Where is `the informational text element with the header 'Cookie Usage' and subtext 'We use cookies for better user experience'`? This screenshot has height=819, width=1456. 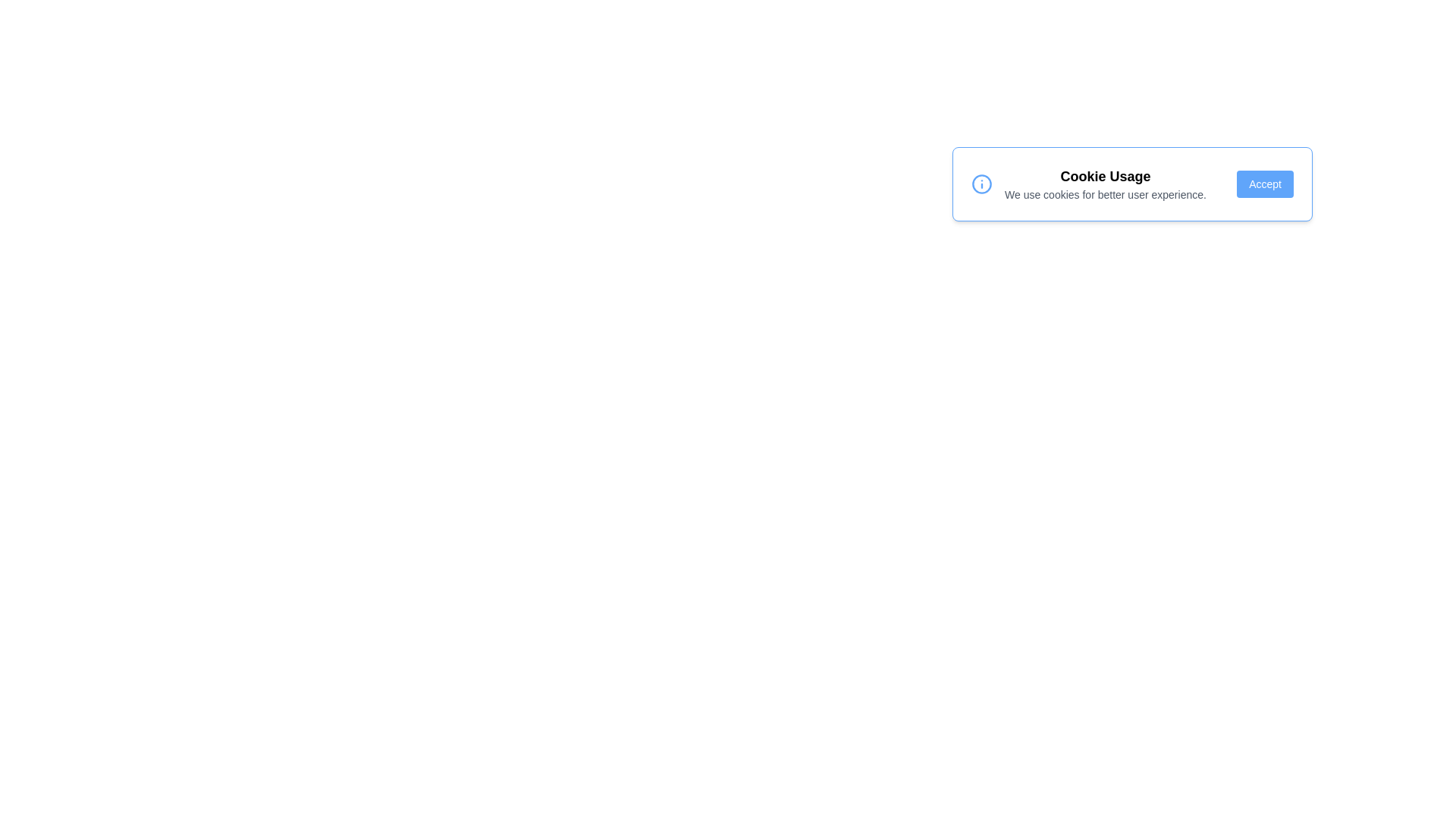
the informational text element with the header 'Cookie Usage' and subtext 'We use cookies for better user experience' is located at coordinates (1087, 184).